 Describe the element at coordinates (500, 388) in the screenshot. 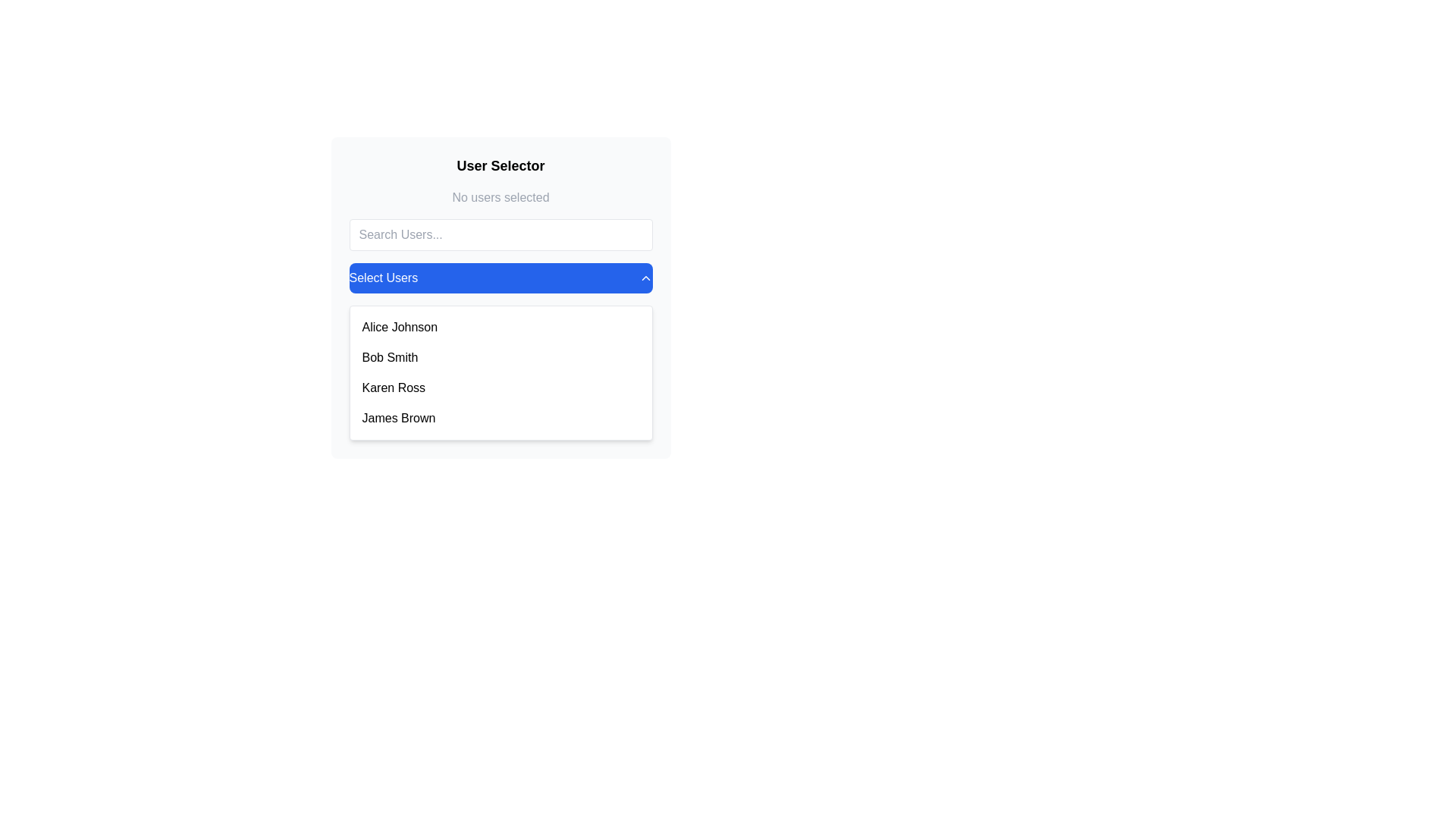

I see `the list item labeled 'Karen Ross'` at that location.